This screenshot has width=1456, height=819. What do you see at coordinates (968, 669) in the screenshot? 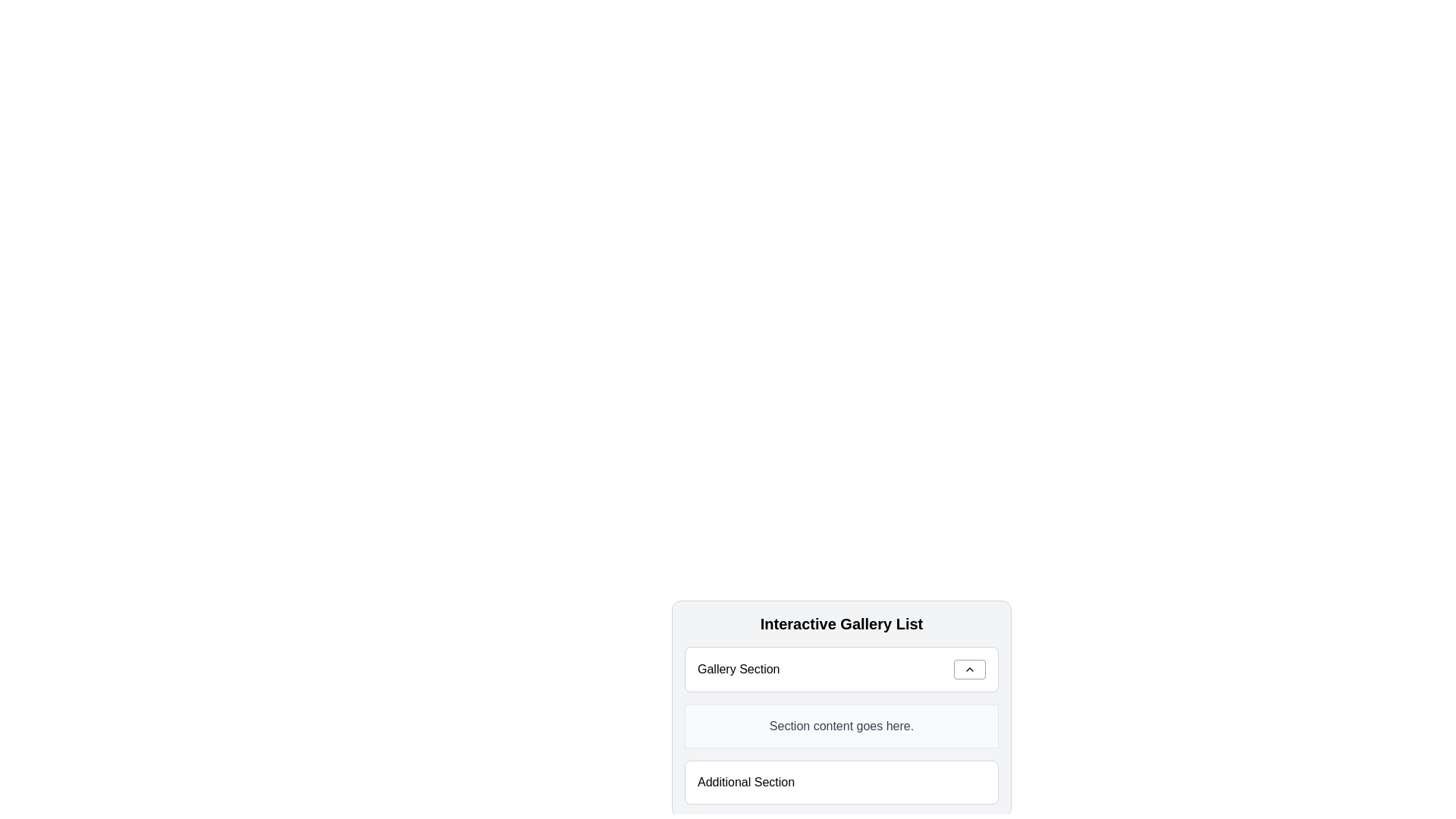
I see `the small upward triangle-shaped icon located in the top-right corner of the 'Gallery Section'` at bounding box center [968, 669].